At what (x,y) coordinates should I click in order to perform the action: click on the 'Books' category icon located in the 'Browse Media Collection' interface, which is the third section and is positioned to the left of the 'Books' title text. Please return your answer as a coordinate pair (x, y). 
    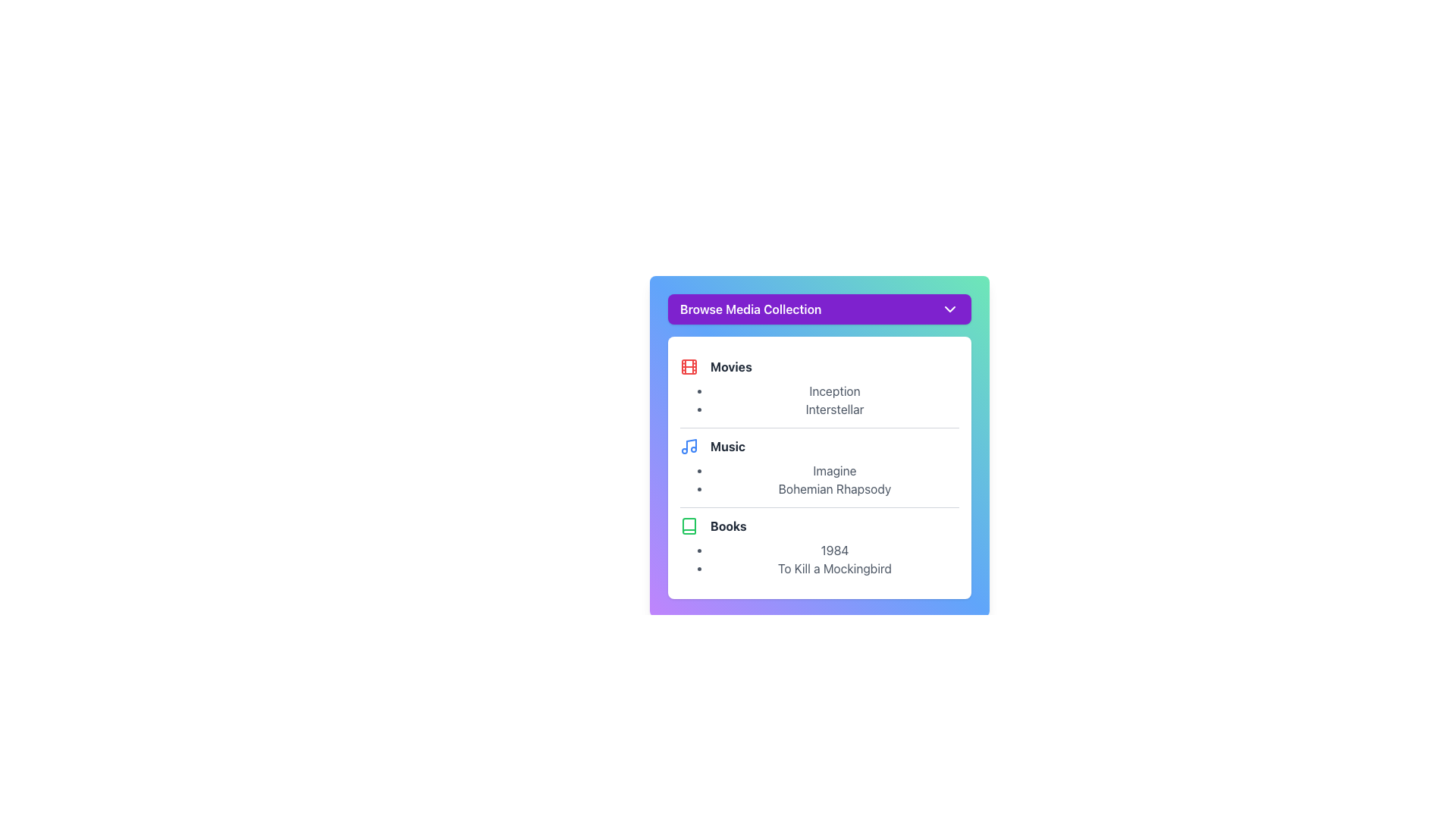
    Looking at the image, I should click on (688, 526).